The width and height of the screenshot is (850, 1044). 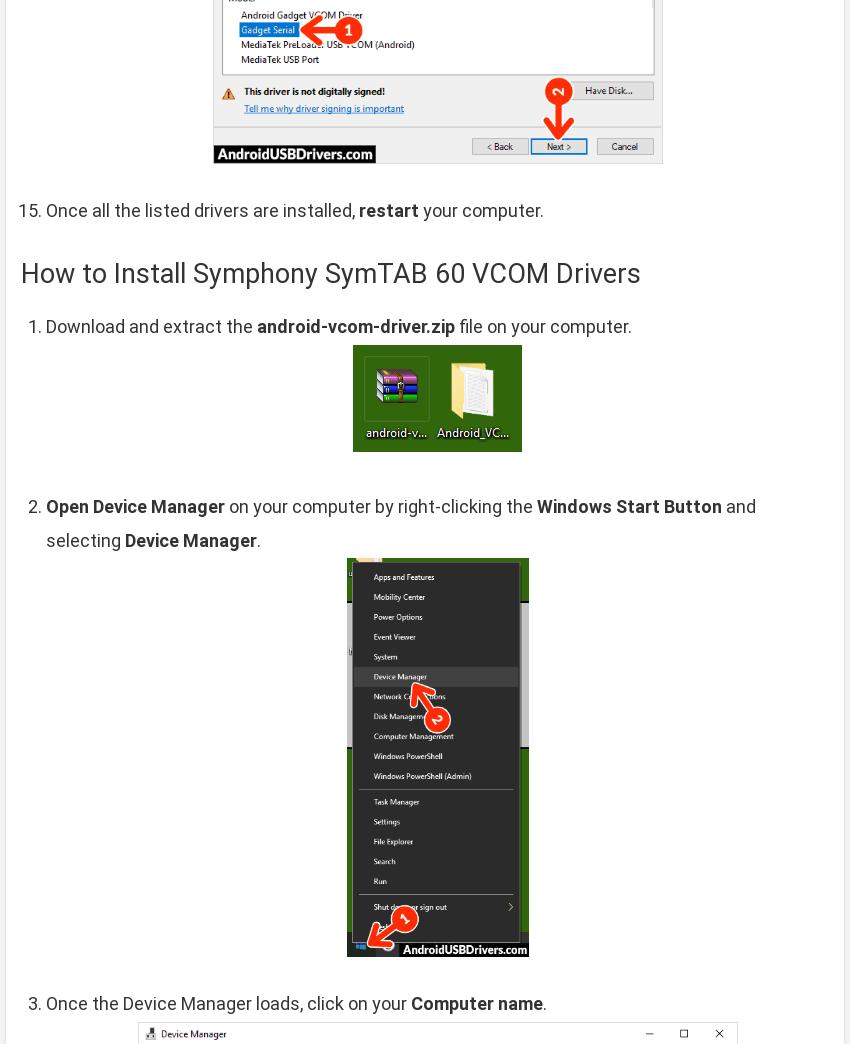 I want to click on 'android-vcom-driver.zip', so click(x=354, y=325).